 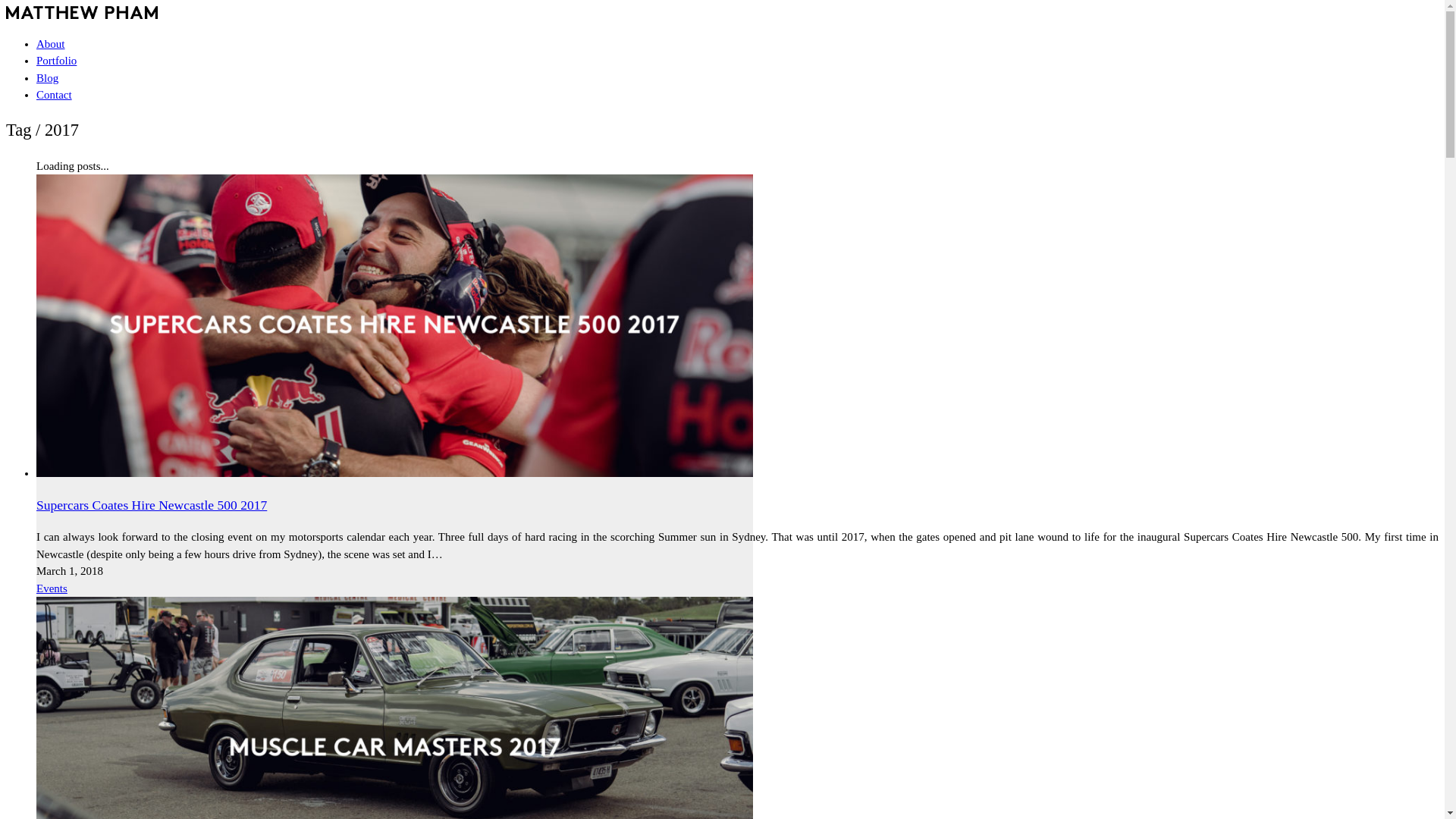 What do you see at coordinates (52, 587) in the screenshot?
I see `'Events'` at bounding box center [52, 587].